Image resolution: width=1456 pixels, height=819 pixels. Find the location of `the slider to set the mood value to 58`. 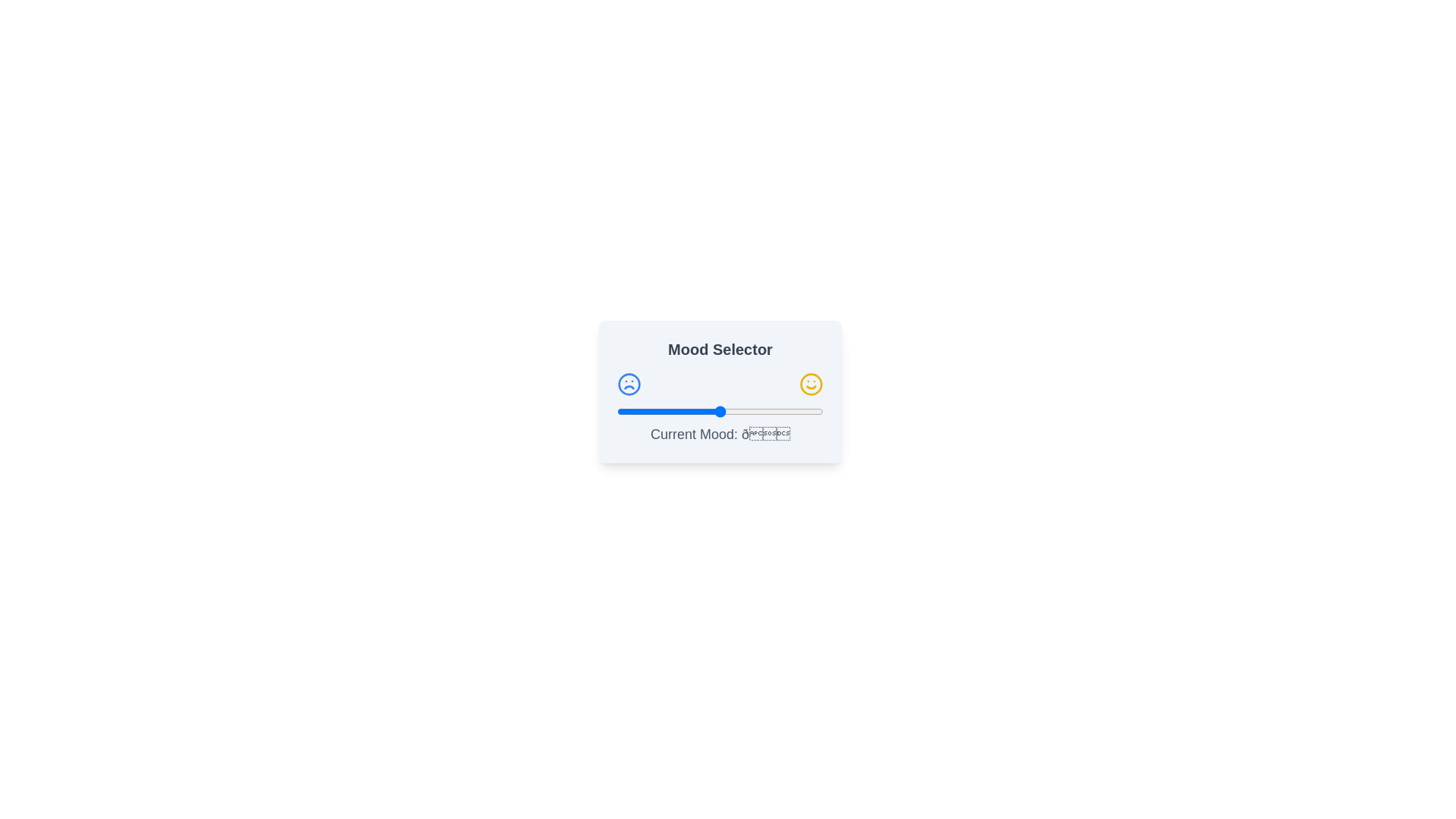

the slider to set the mood value to 58 is located at coordinates (736, 412).